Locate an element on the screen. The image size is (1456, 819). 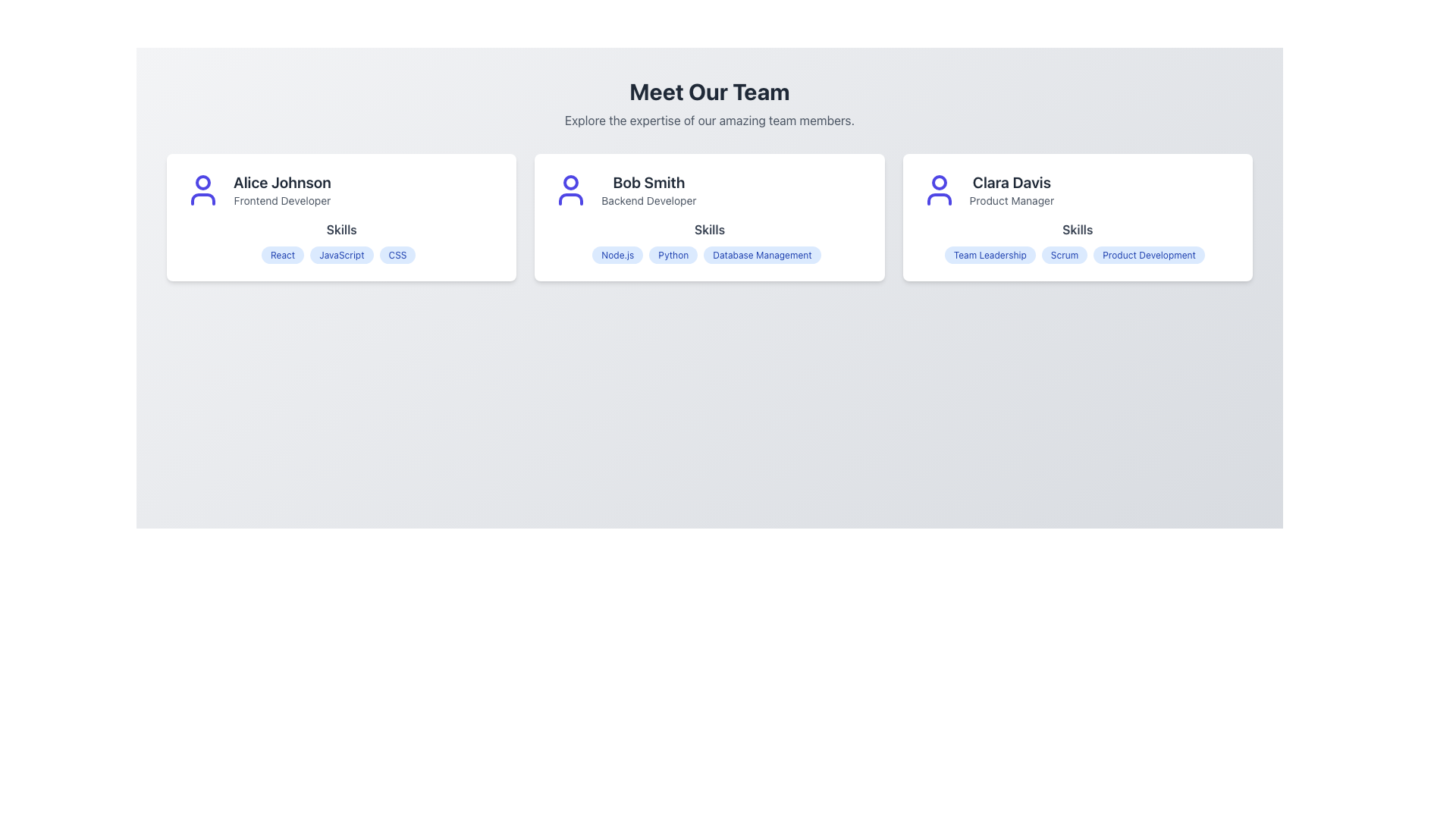
the Text Label Component displaying 'Bob Smith' for accessibility purposes, located in the center card of the three-panel layout is located at coordinates (648, 189).